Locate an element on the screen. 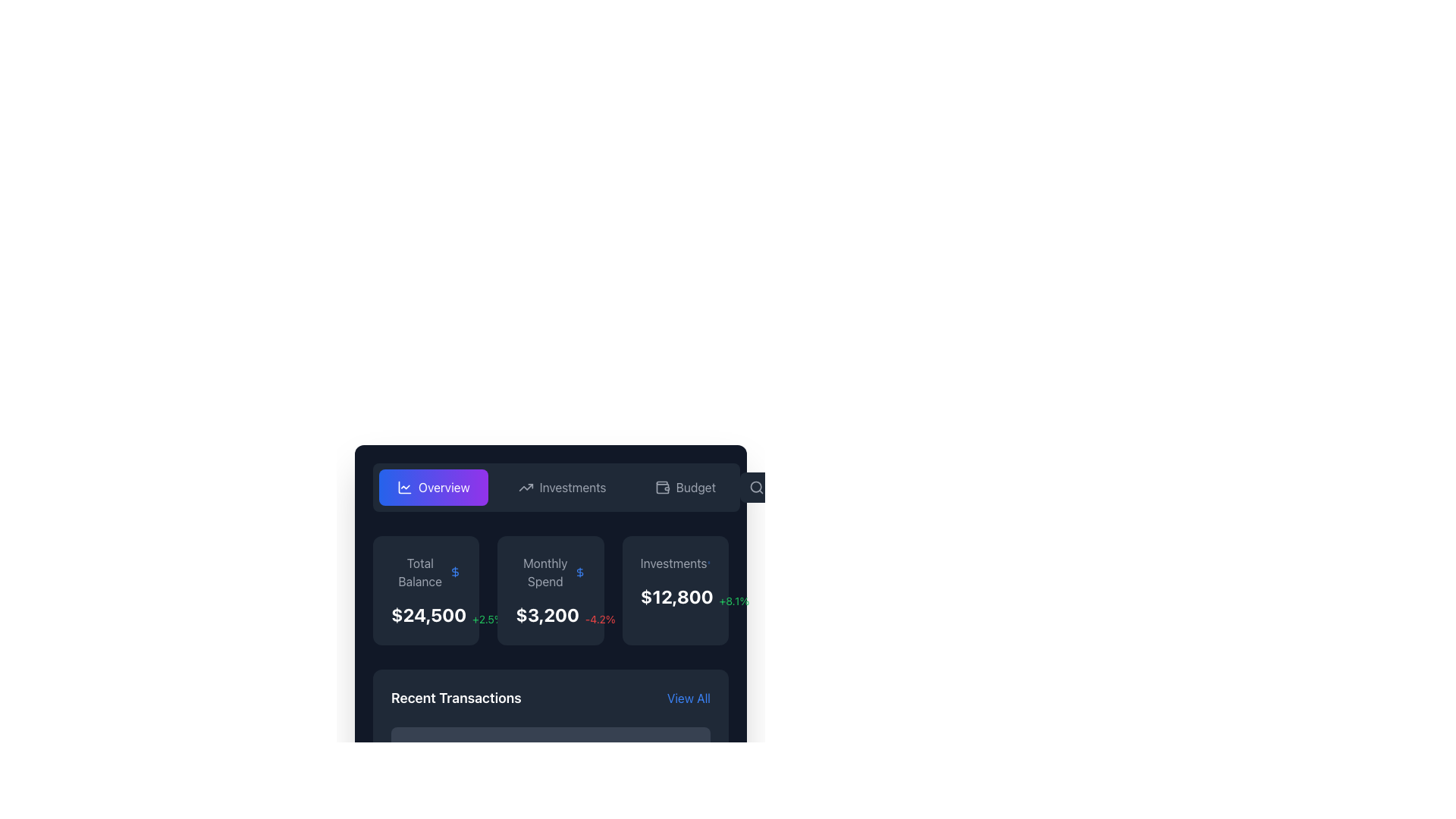  information displayed in the 'Investments' text label, which is in light gray font within a dark-themed card interface is located at coordinates (674, 563).